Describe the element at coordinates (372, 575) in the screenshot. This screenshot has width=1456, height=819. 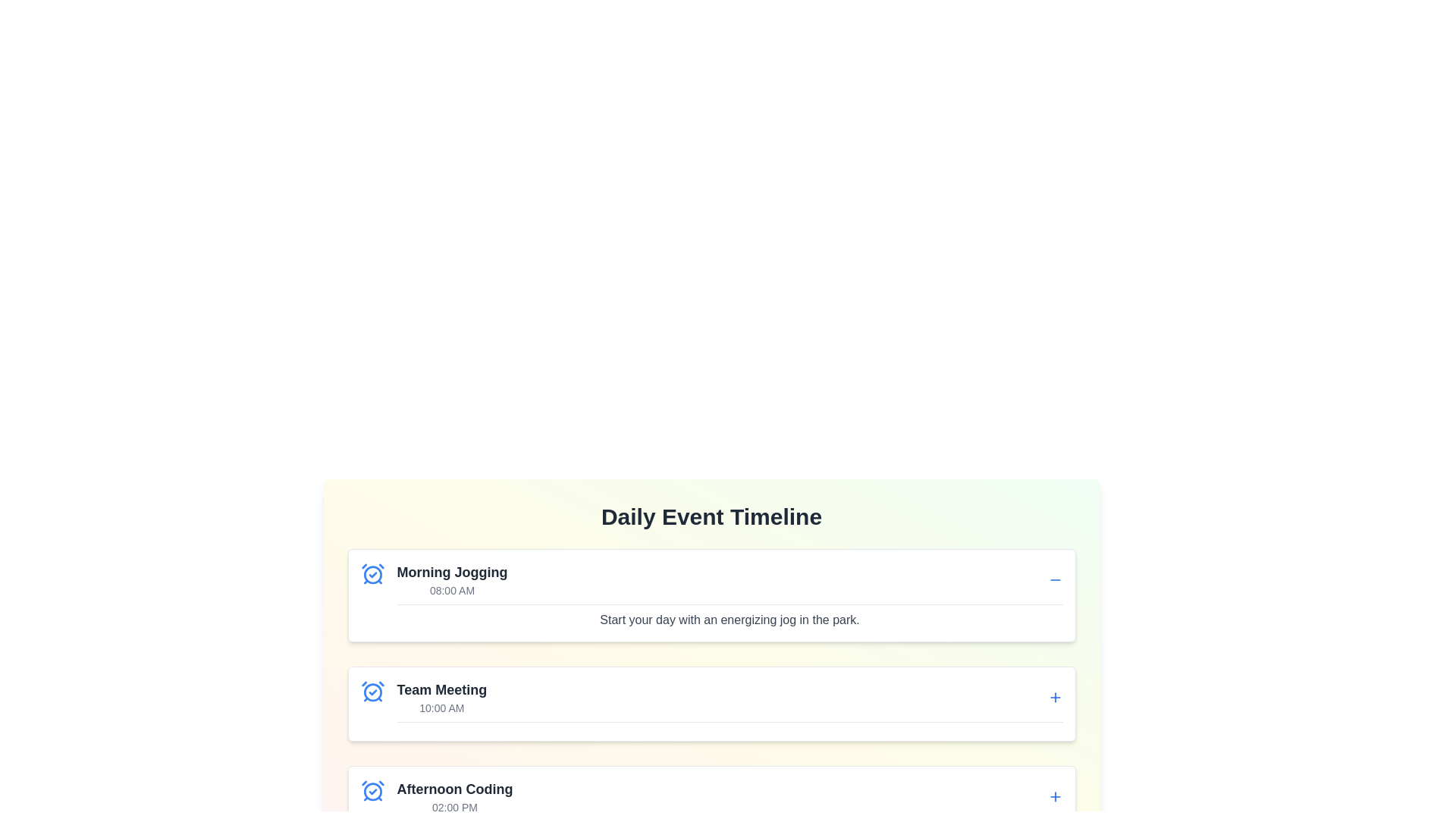
I see `the circular icon component that is part of the alarm clock graphic, located below the 'Morning Jogging' title in the daily event timeline interface` at that location.